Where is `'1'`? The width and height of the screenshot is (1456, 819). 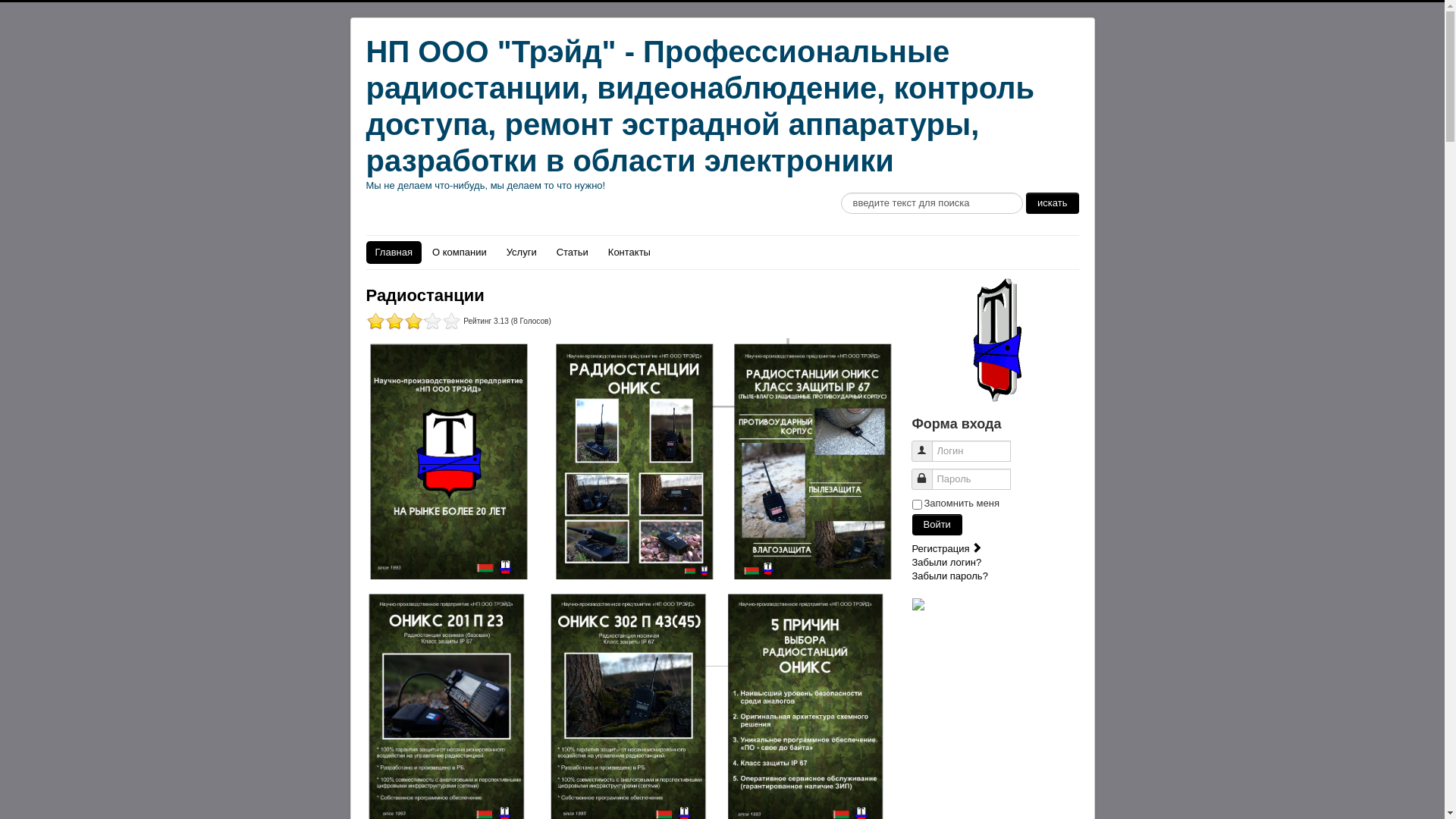 '1' is located at coordinates (403, 320).